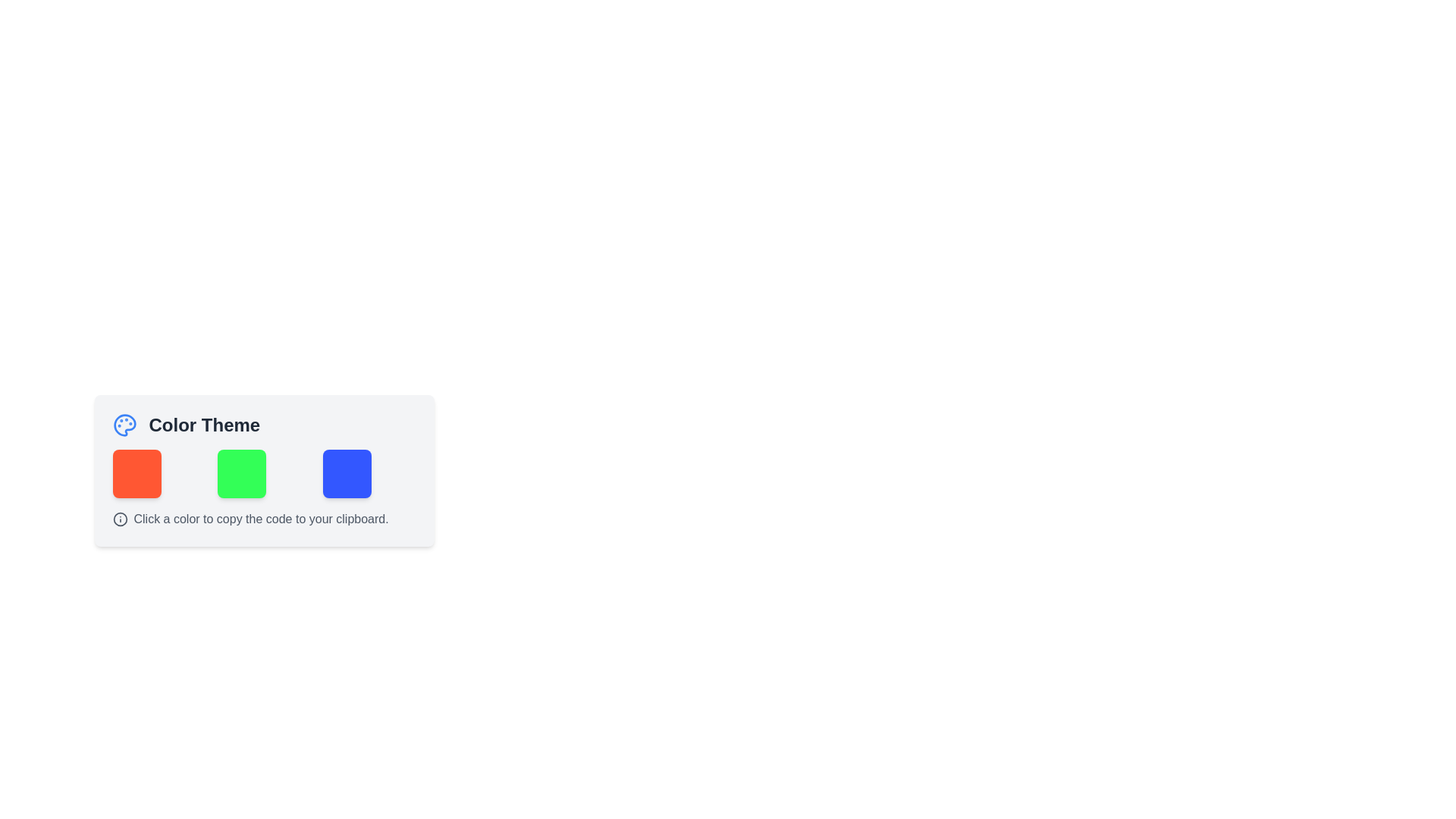 This screenshot has width=1456, height=819. I want to click on the curved palette-shaped icon with a blue hue located in the top left of the 'Color Theme' card, so click(124, 425).